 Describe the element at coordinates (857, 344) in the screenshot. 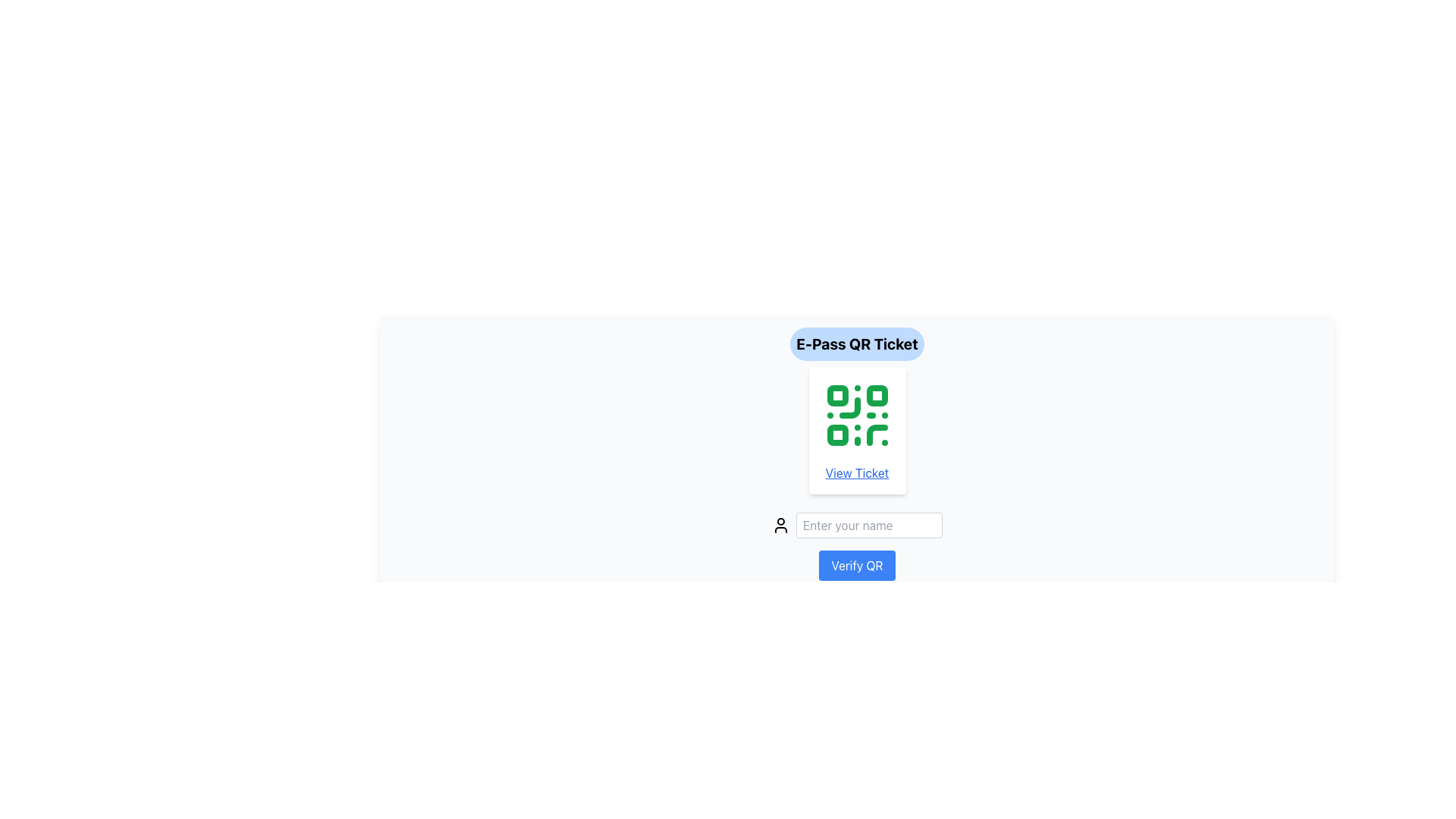

I see `the bold text label that reads 'E-Pass QR Ticket' with a blue background and white text, located at the top of a section above the QR code illustration` at that location.